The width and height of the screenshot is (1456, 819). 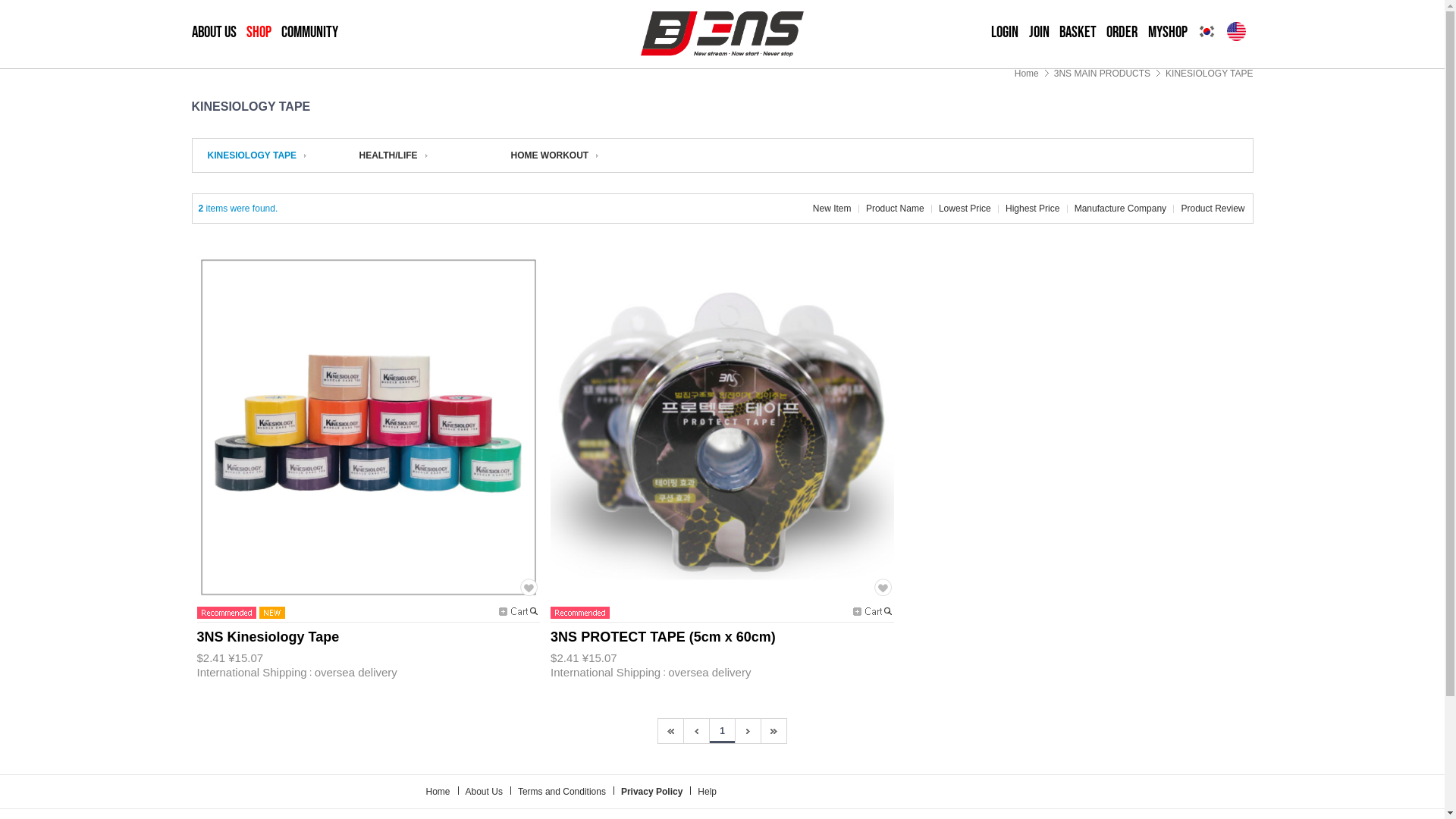 I want to click on 'KINESIOLOGY TAPE', so click(x=257, y=155).